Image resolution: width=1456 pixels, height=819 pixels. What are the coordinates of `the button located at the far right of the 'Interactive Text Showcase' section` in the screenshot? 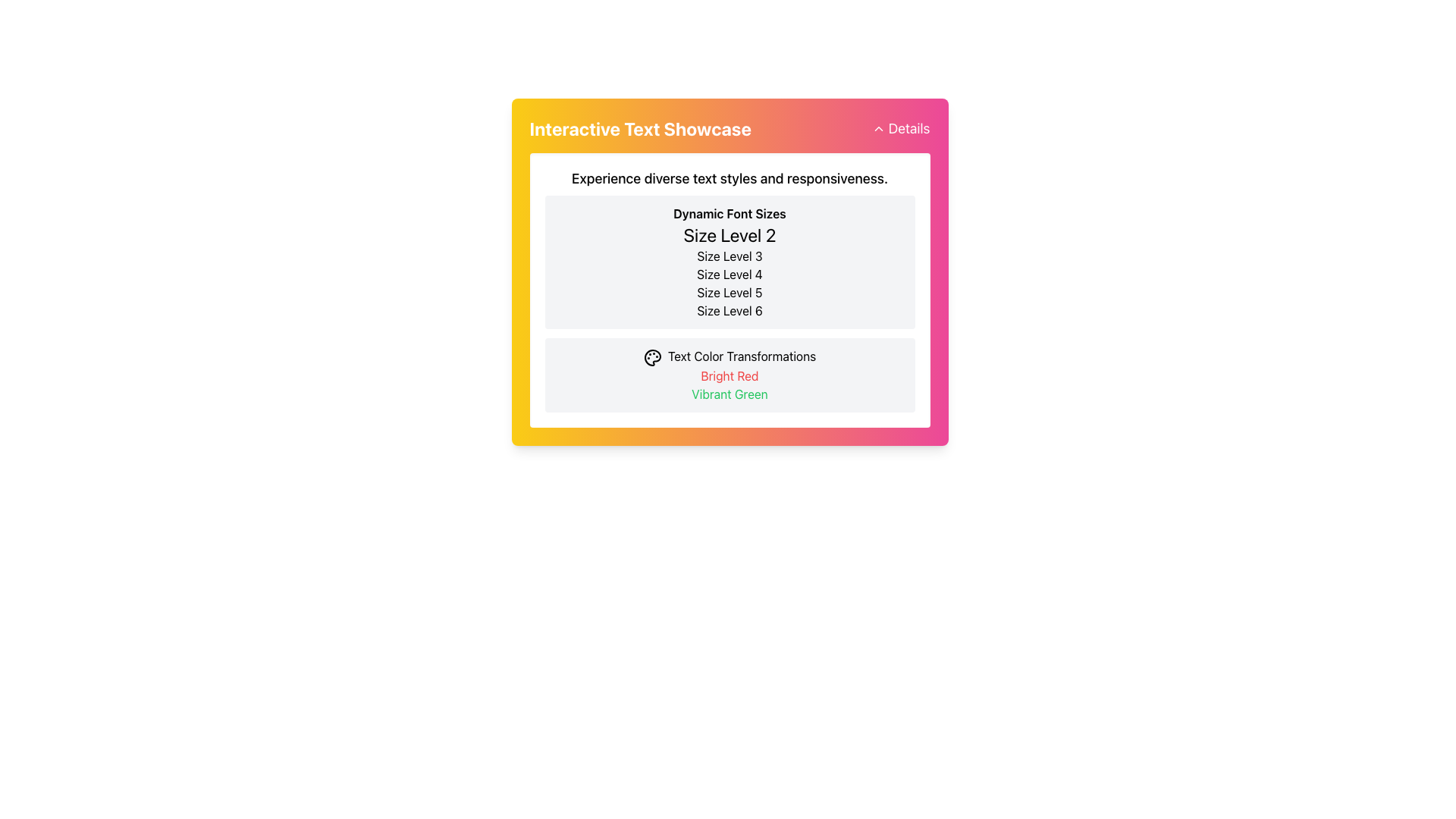 It's located at (901, 127).